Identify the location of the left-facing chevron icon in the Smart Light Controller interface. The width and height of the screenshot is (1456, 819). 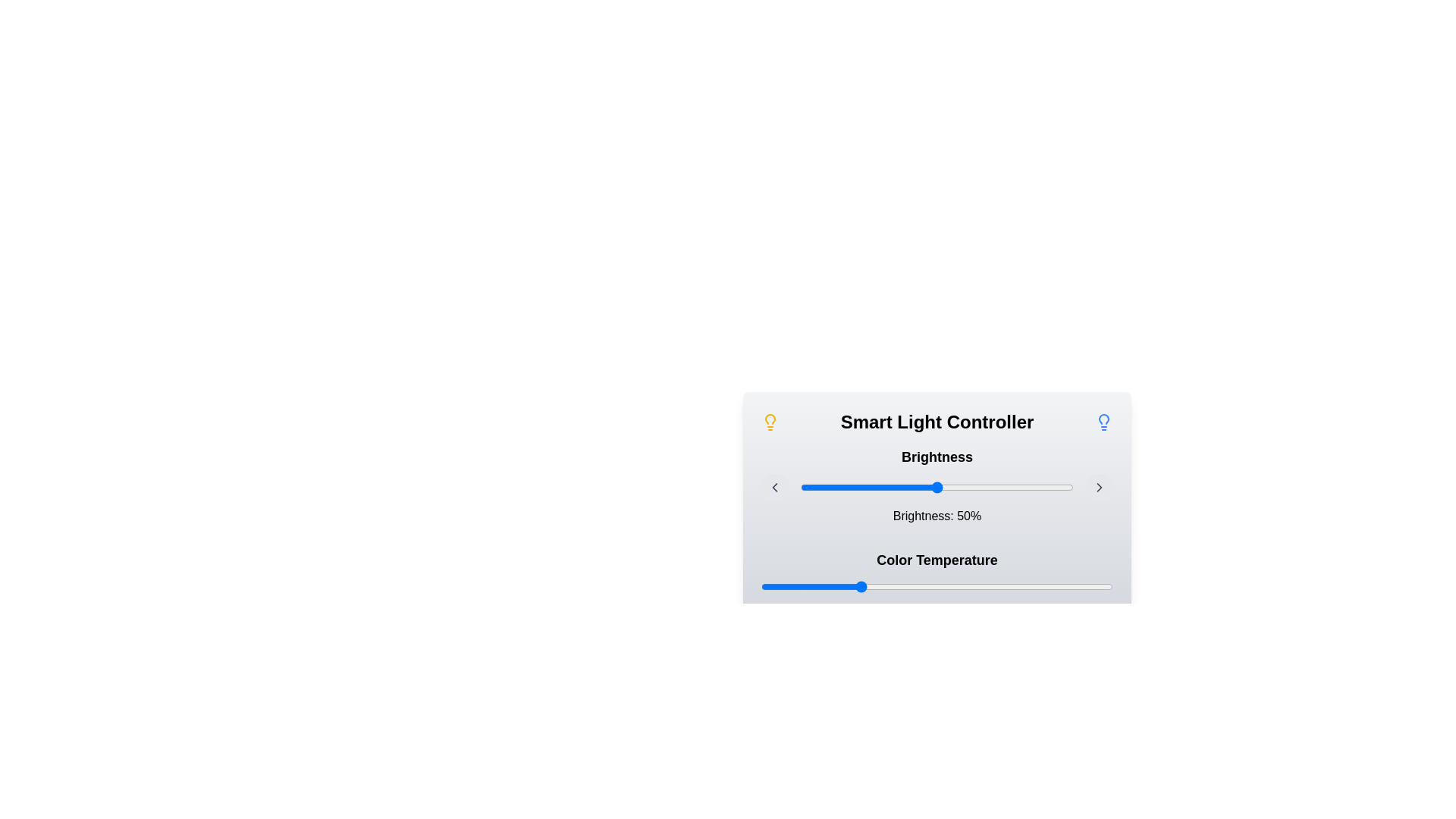
(775, 488).